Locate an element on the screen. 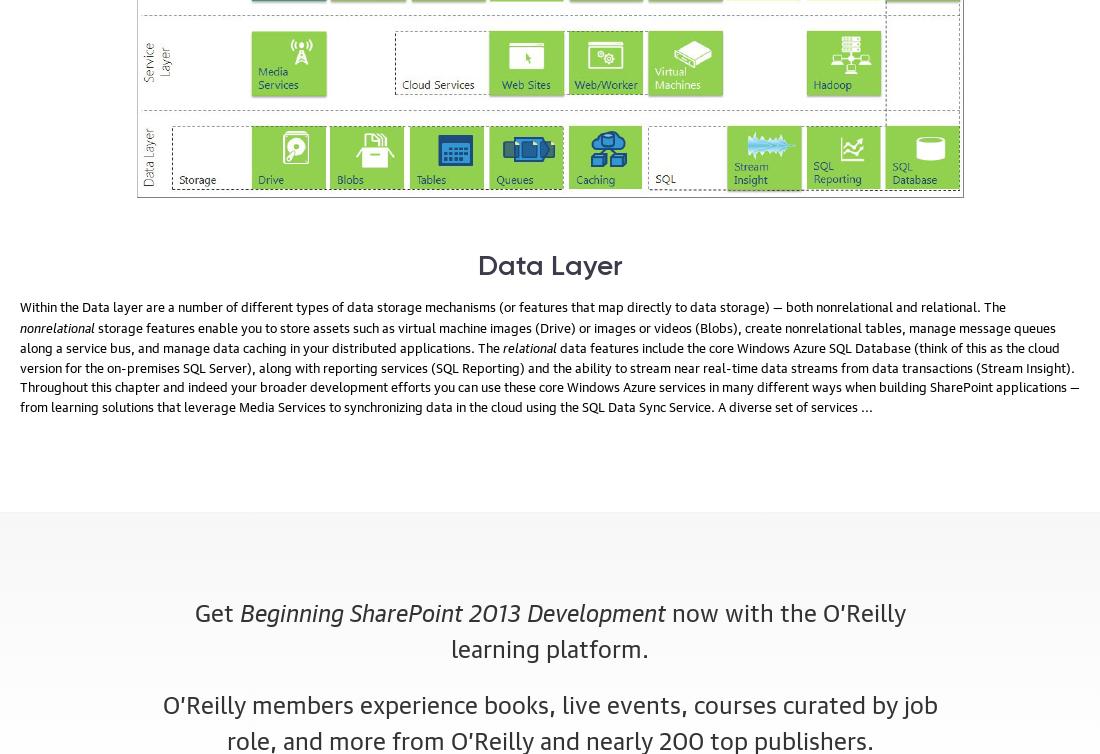  'Data Layer' is located at coordinates (549, 265).